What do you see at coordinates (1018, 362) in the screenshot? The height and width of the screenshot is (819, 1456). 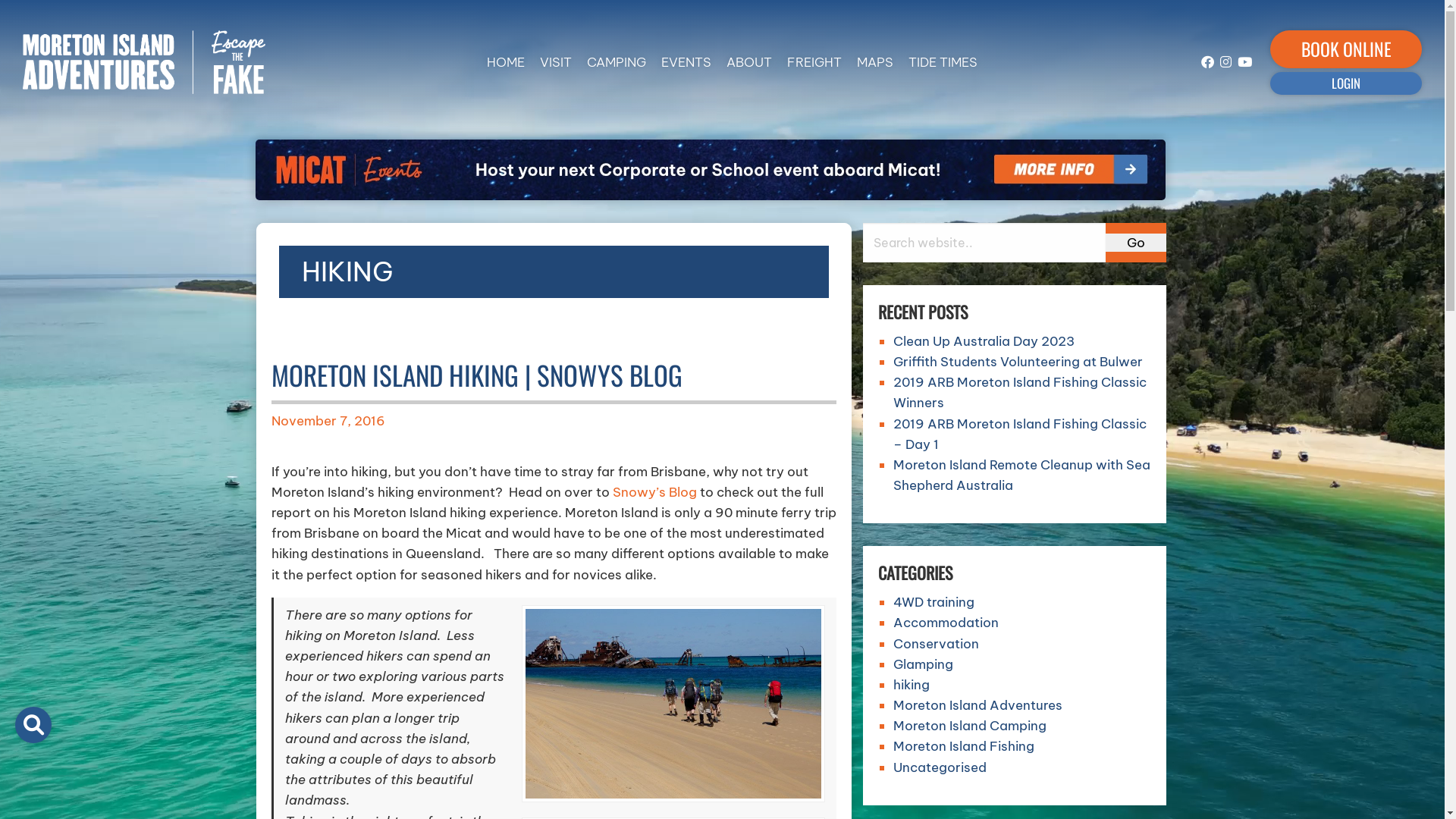 I see `'Griffith Students Volunteering at Bulwer'` at bounding box center [1018, 362].